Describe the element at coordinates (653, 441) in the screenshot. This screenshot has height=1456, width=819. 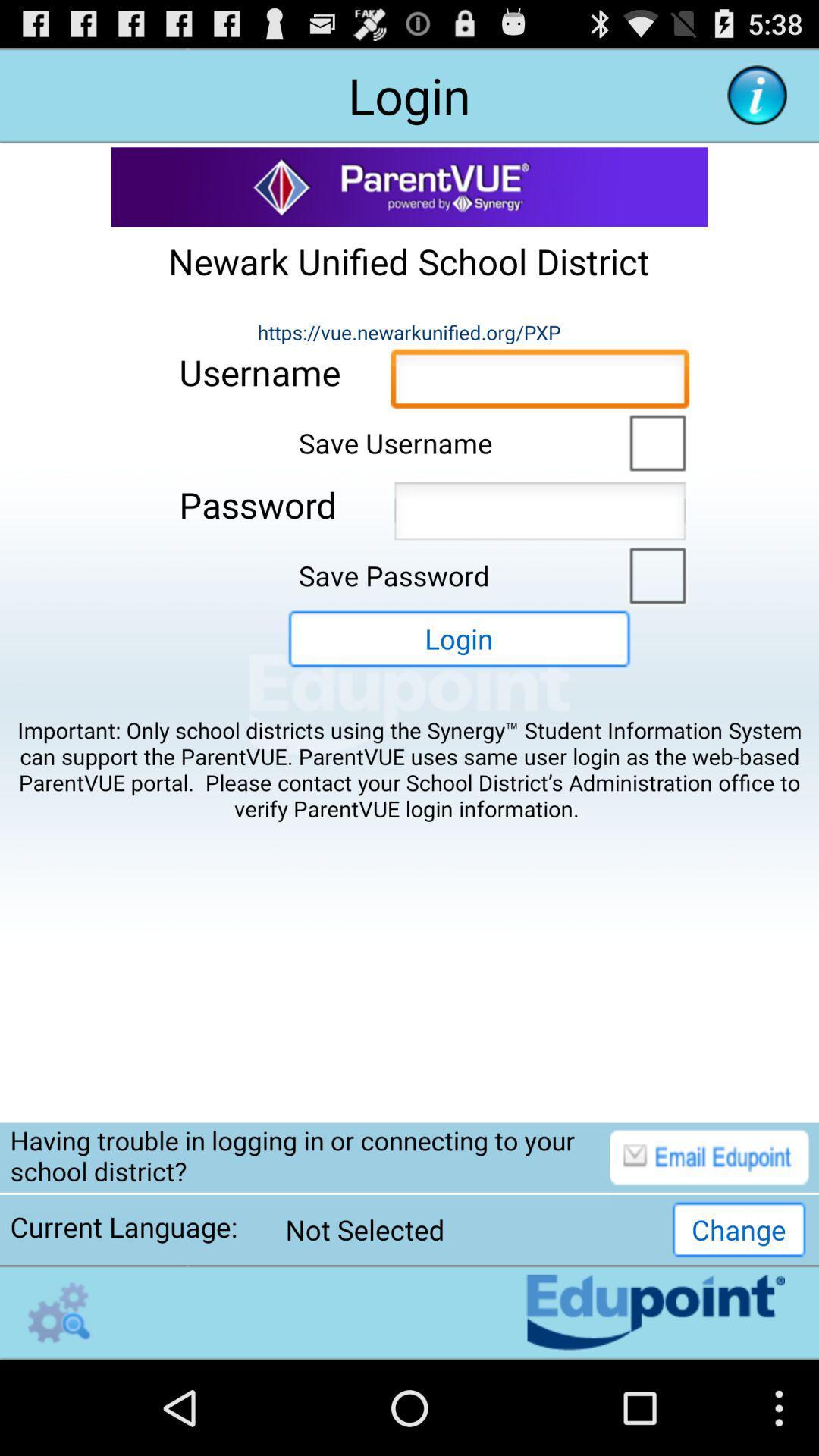
I see `username checkbox` at that location.